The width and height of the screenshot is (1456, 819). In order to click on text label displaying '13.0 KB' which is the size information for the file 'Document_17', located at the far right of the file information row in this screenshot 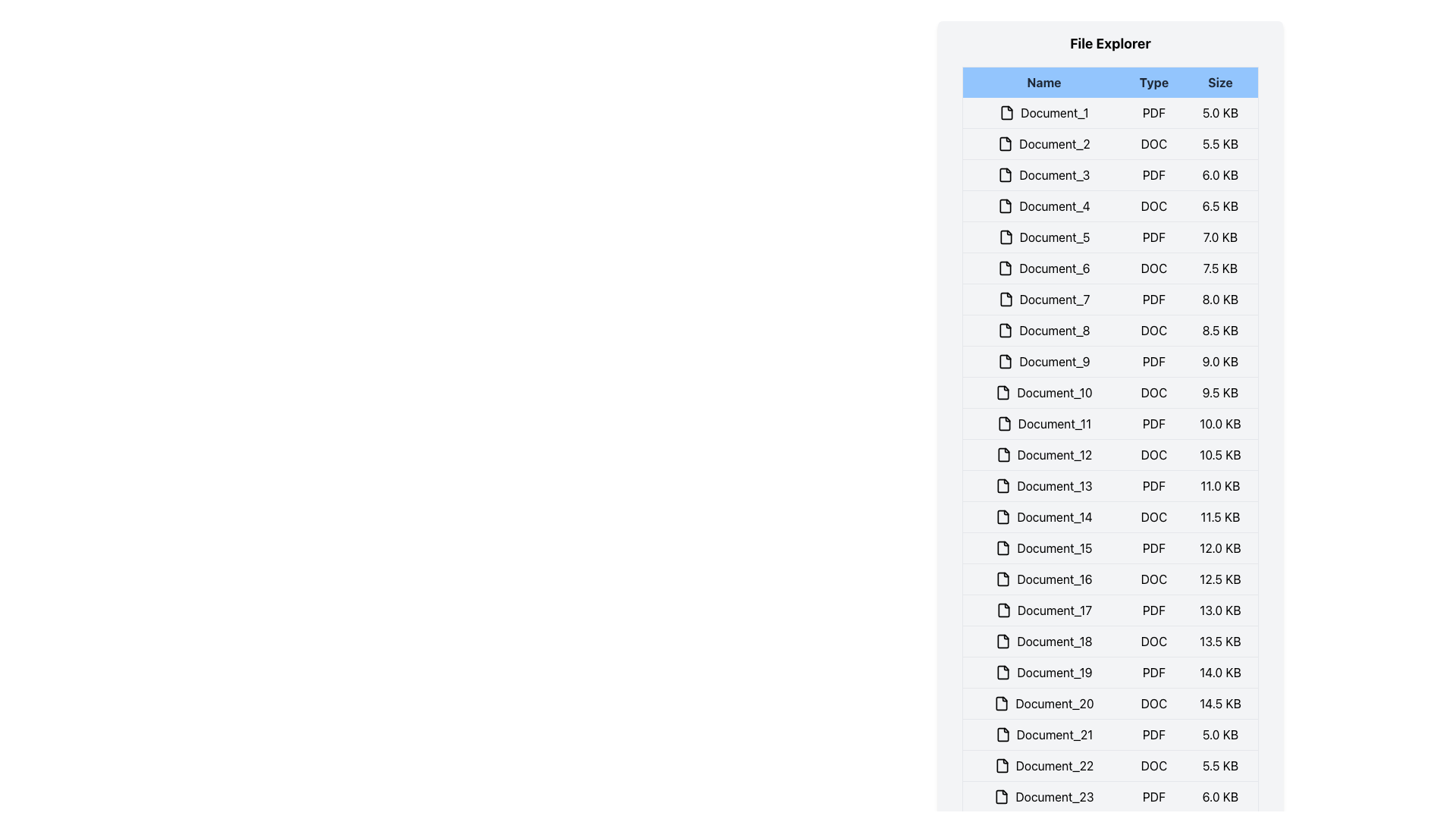, I will do `click(1220, 610)`.